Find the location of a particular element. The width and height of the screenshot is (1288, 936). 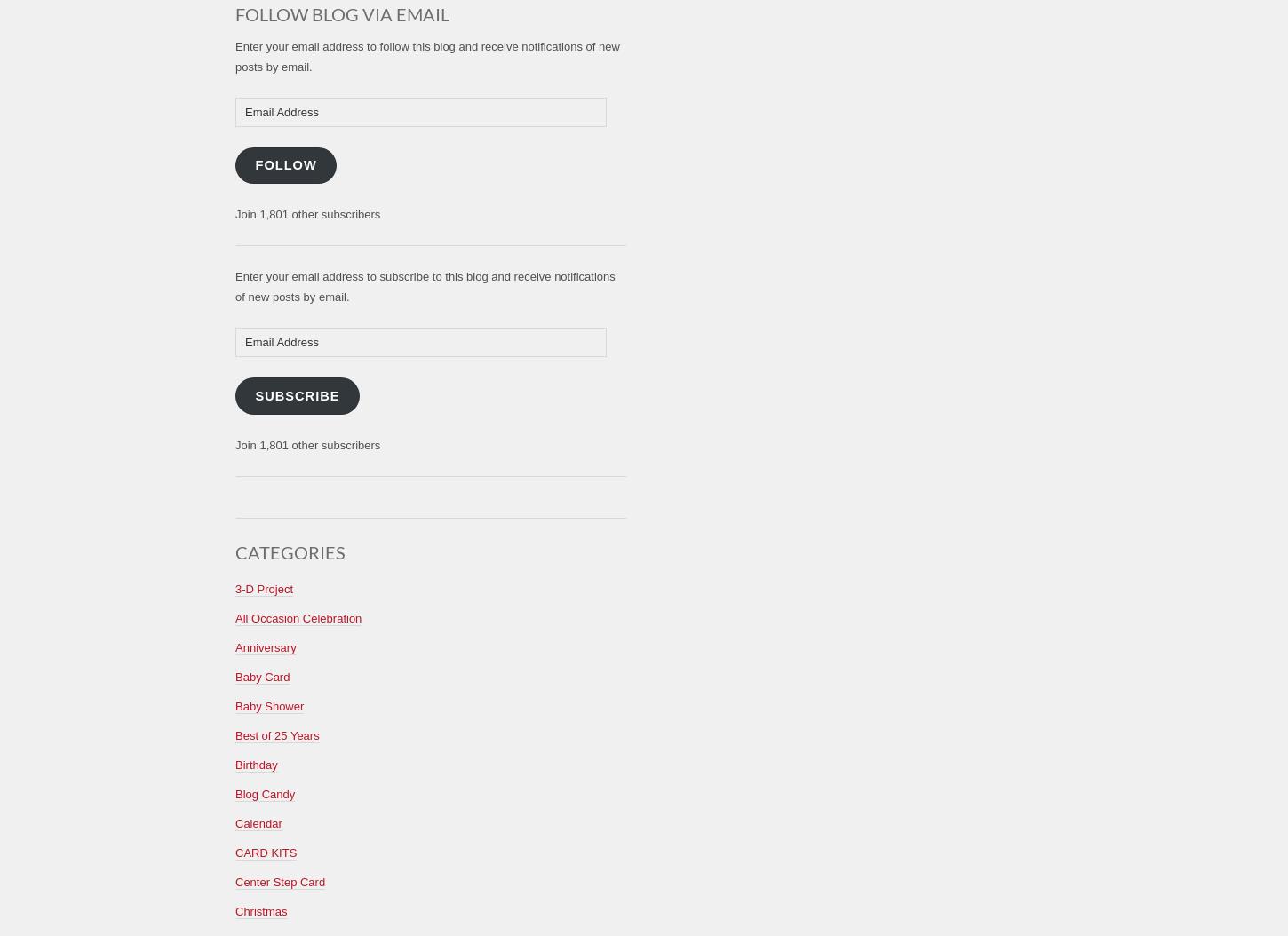

'CARD KITS' is located at coordinates (266, 852).